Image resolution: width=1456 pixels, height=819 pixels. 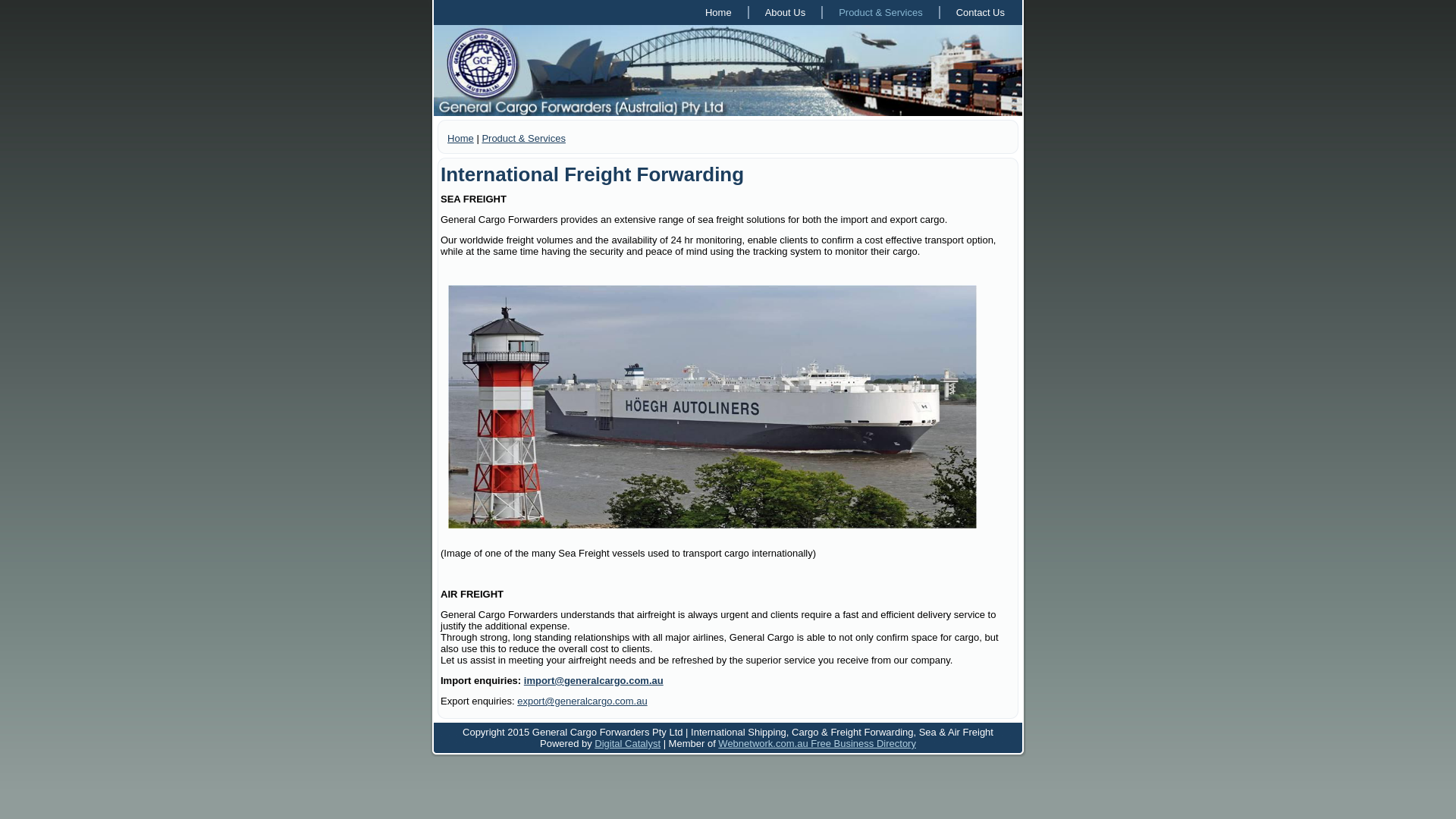 What do you see at coordinates (785, 12) in the screenshot?
I see `'About Us'` at bounding box center [785, 12].